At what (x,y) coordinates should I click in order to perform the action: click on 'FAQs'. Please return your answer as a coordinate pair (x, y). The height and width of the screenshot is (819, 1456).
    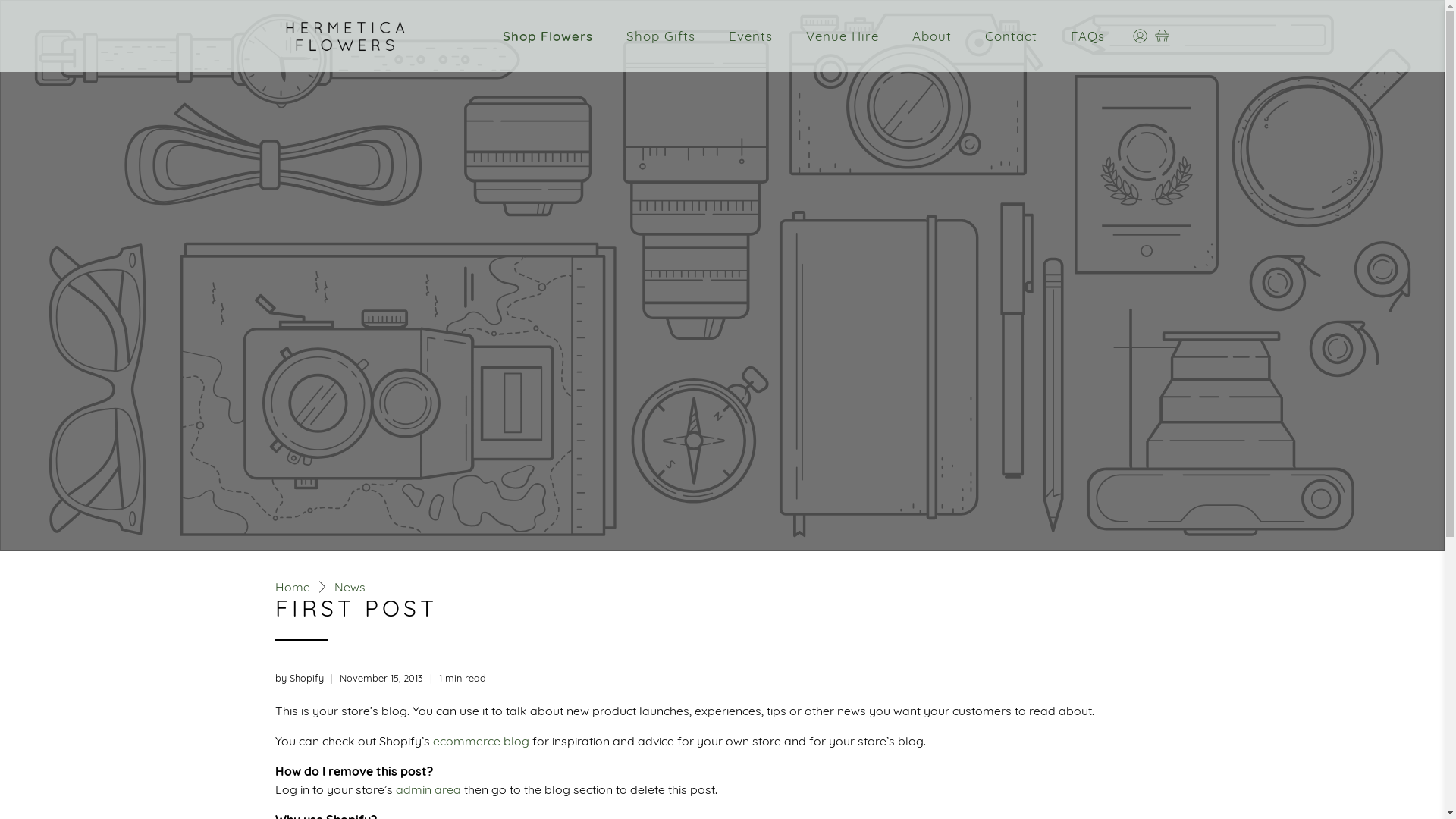
    Looking at the image, I should click on (1087, 35).